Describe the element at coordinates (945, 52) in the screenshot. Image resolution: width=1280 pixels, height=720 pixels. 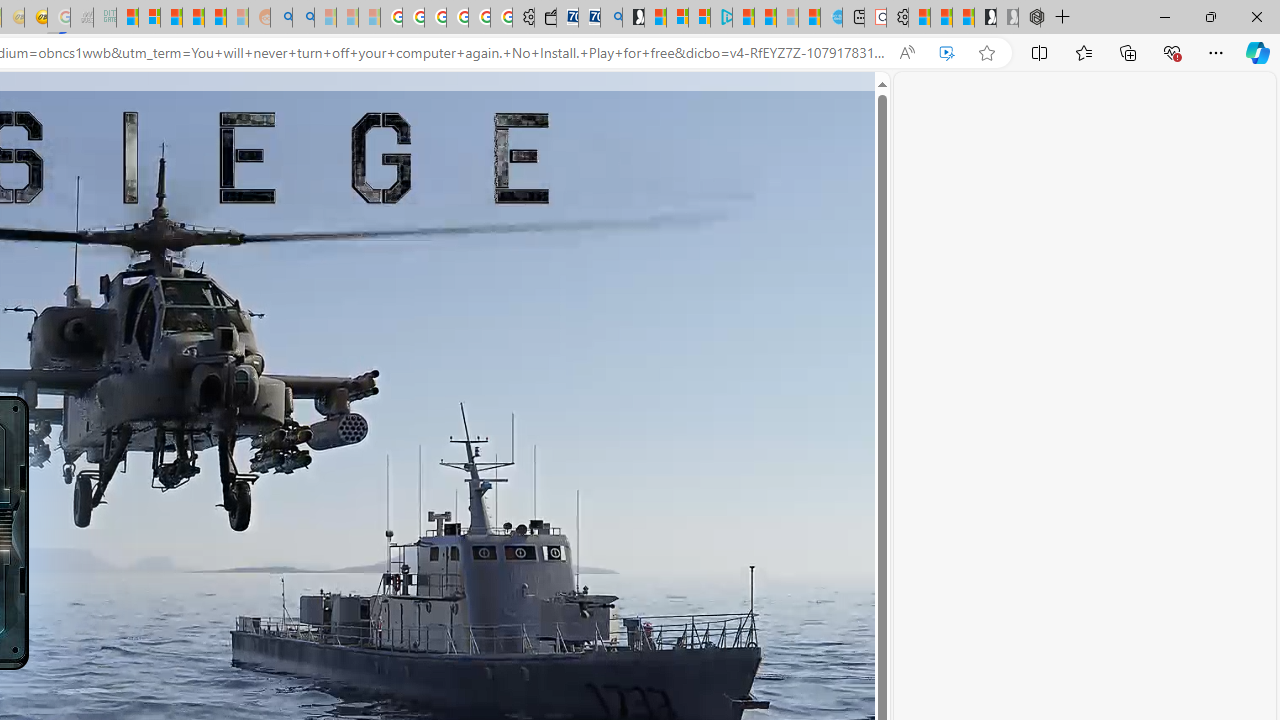
I see `'Enhance video'` at that location.